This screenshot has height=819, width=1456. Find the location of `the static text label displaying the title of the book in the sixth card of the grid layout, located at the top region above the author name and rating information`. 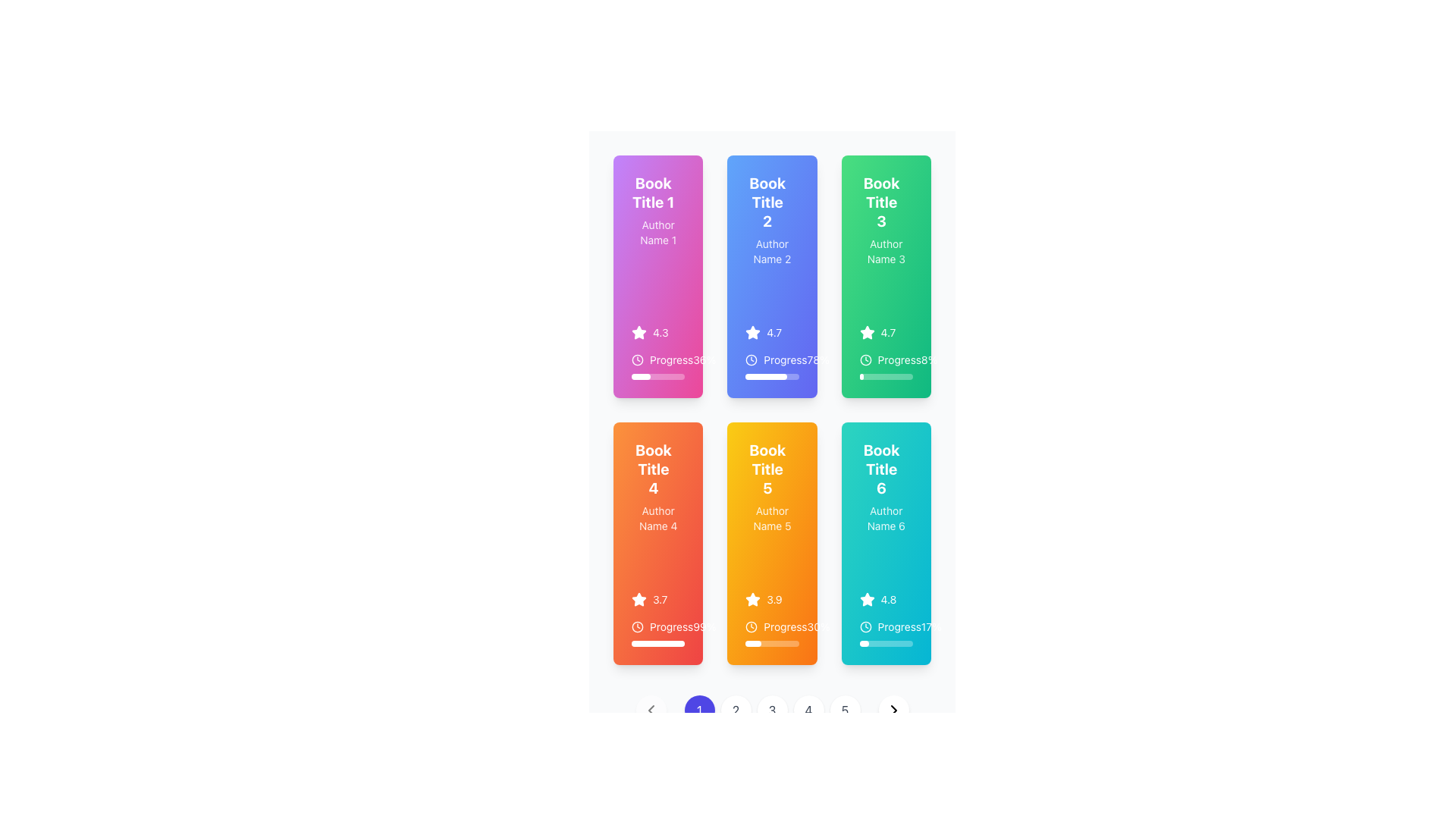

the static text label displaying the title of the book in the sixth card of the grid layout, located at the top region above the author name and rating information is located at coordinates (881, 468).